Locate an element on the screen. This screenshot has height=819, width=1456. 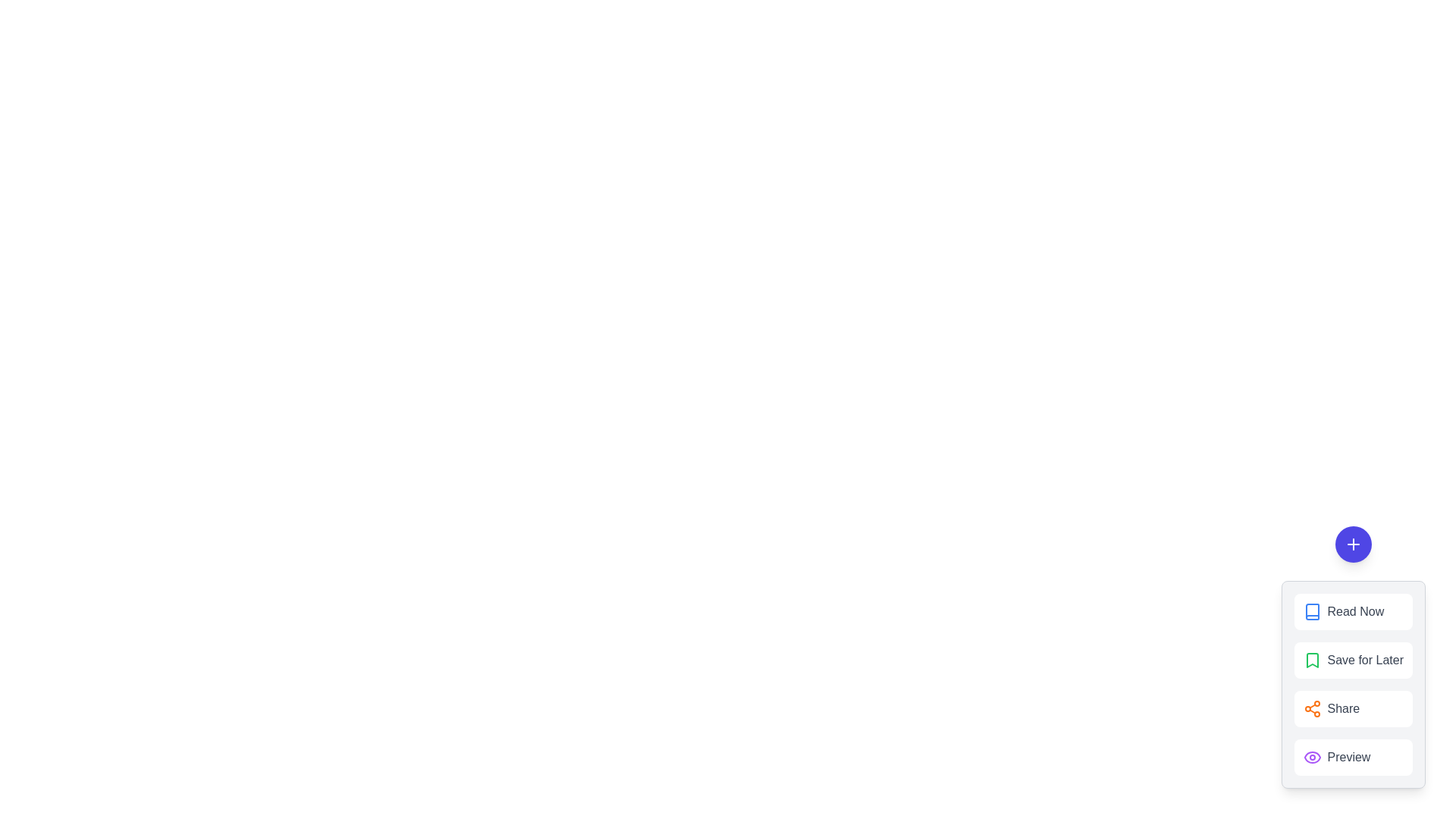
the 'Preview' button to select the 'Preview' action is located at coordinates (1353, 758).